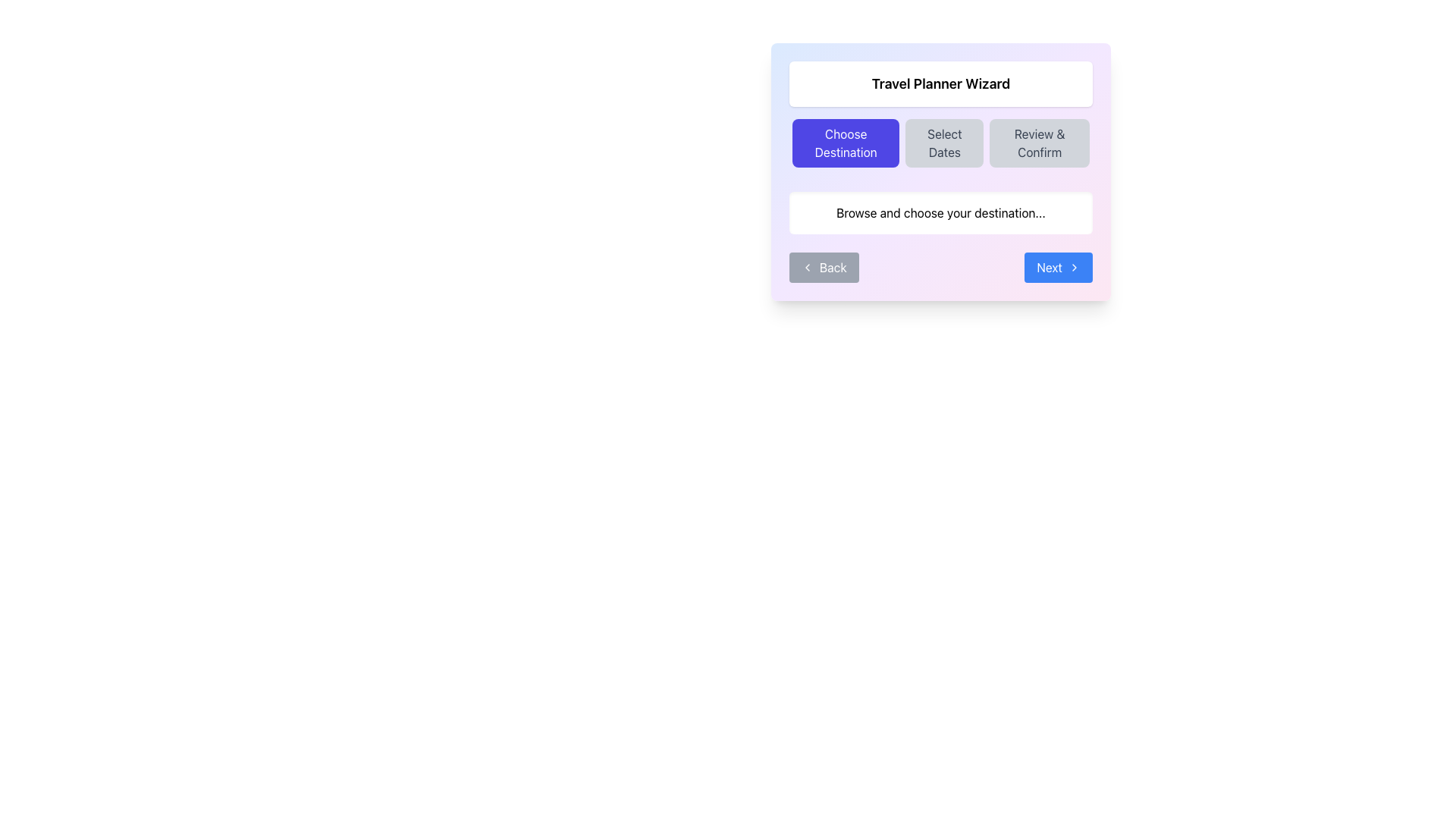 The image size is (1456, 819). Describe the element at coordinates (1073, 267) in the screenshot. I see `the 'Next' button located at the bottom-right corner of the card UI component` at that location.